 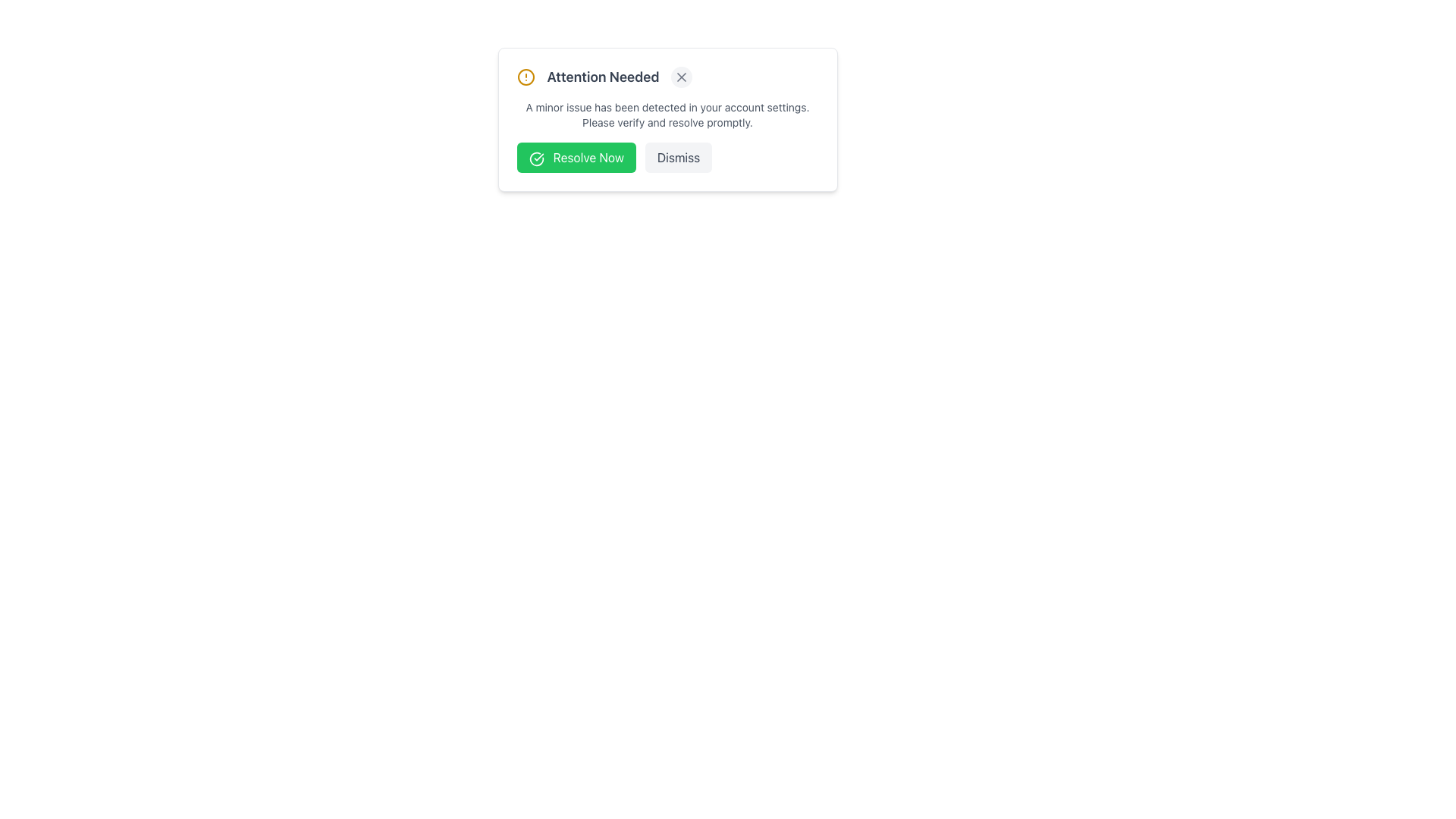 I want to click on the circular close button with a gray background and 'X' icon located in the notification area titled 'Attention Needed', so click(x=681, y=77).